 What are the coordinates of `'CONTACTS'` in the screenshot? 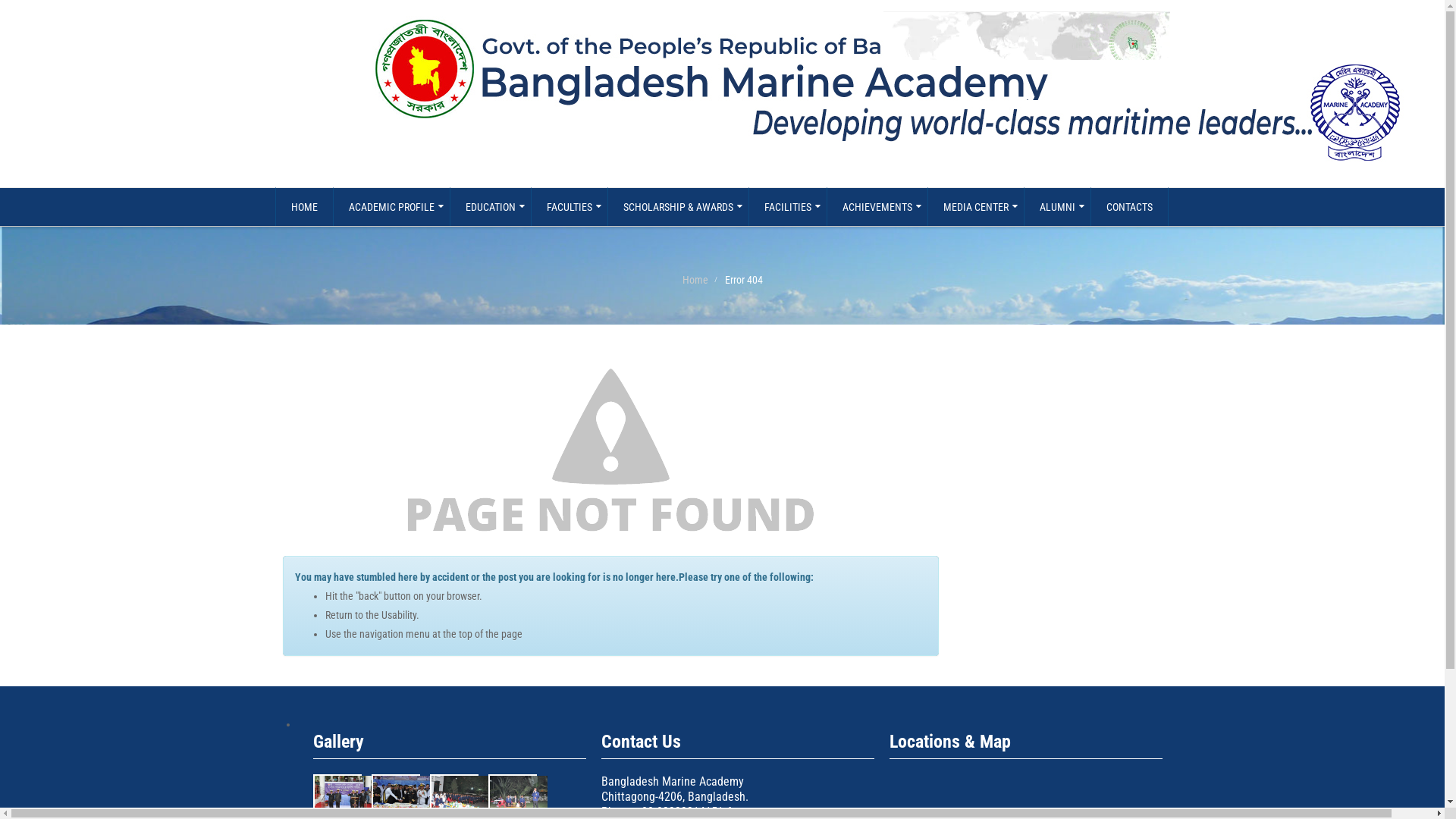 It's located at (1129, 207).